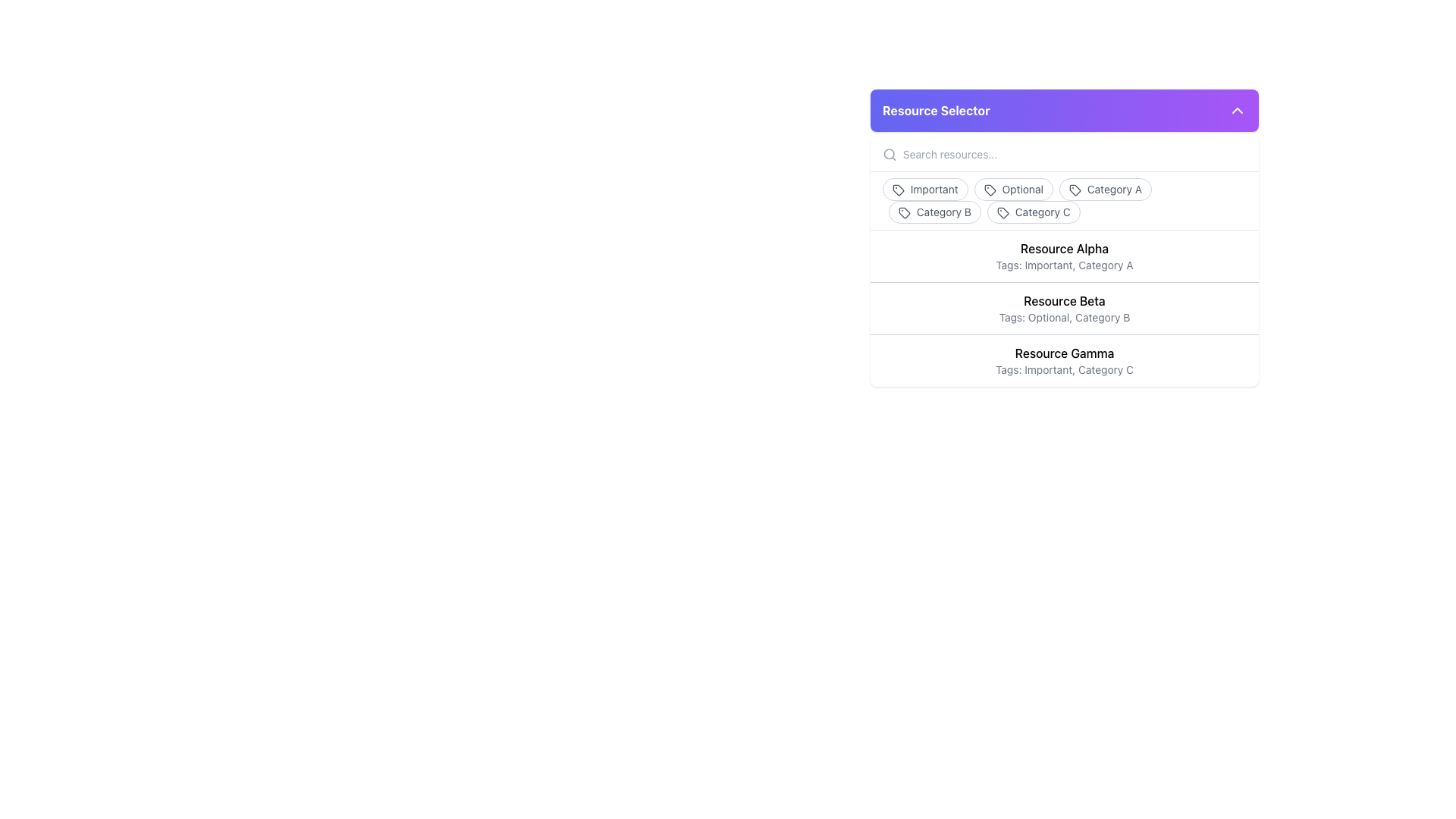 The height and width of the screenshot is (819, 1456). I want to click on the text label providing descriptive tags for 'Resource Alpha', located below its title in the list, so click(1063, 265).